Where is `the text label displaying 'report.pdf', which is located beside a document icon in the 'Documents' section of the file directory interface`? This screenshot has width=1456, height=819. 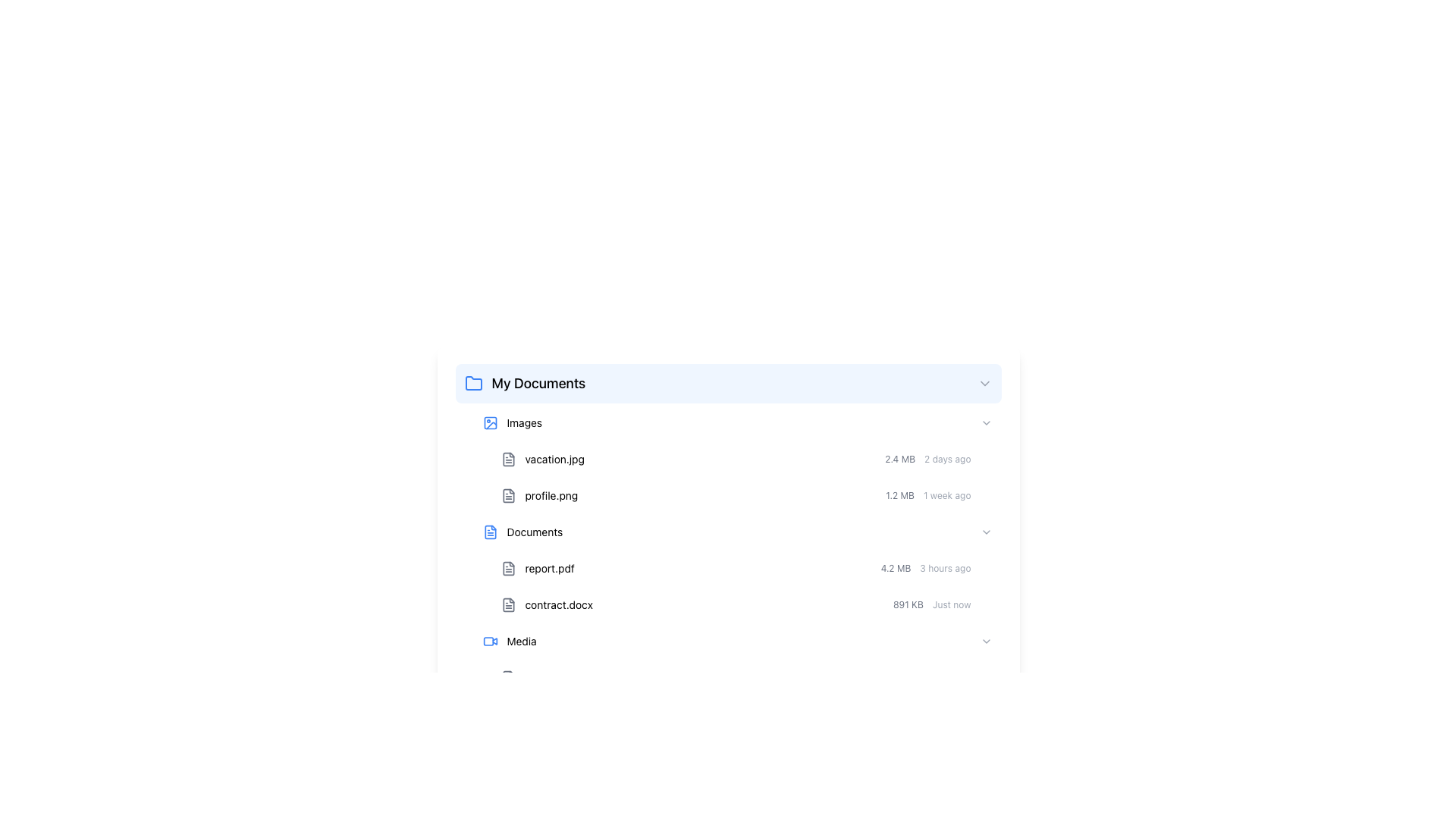
the text label displaying 'report.pdf', which is located beside a document icon in the 'Documents' section of the file directory interface is located at coordinates (549, 568).